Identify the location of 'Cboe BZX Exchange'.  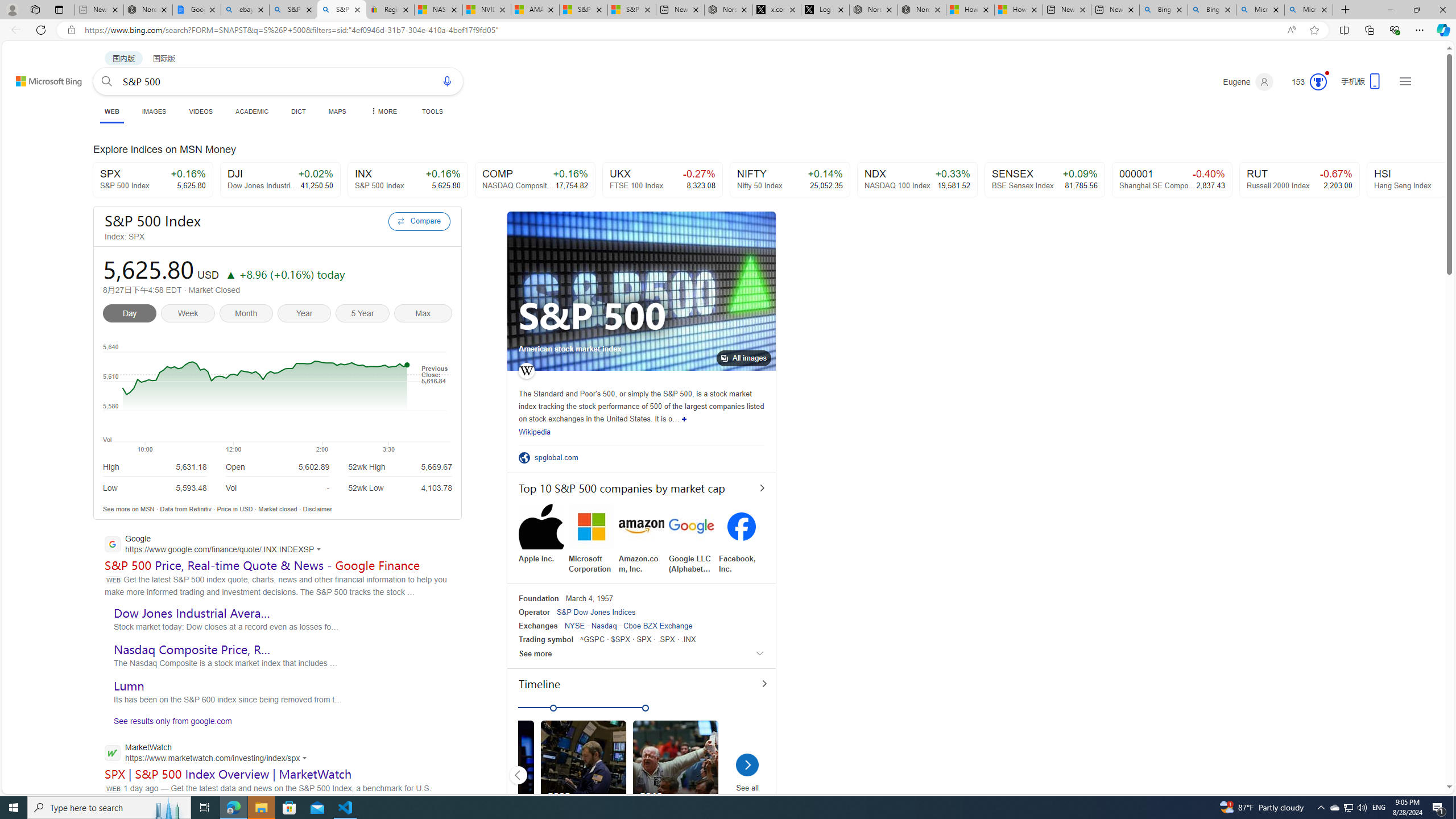
(658, 625).